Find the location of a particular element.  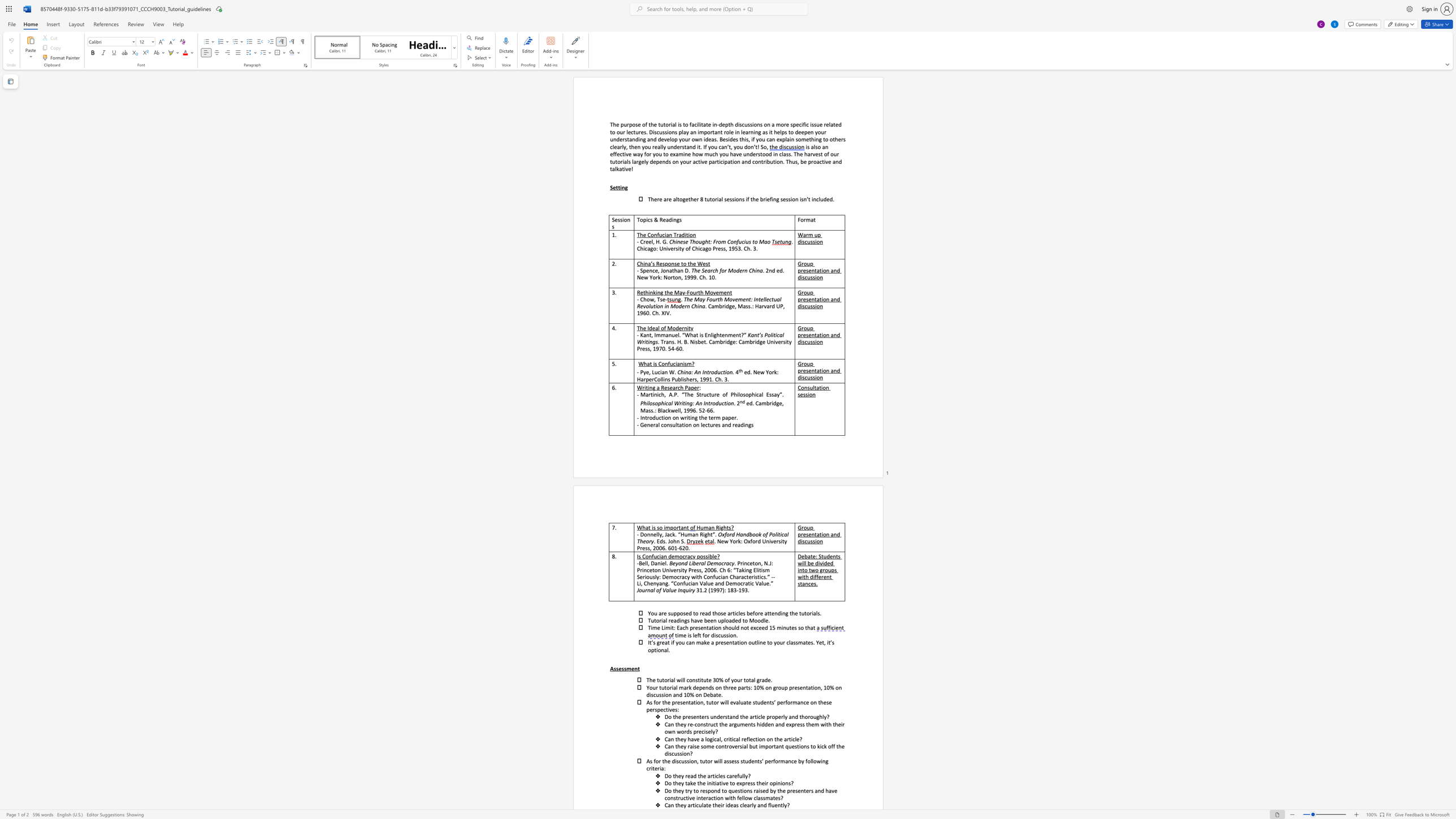

the subset text "ap" within the text "Introduction on writing the term paper." is located at coordinates (724, 417).